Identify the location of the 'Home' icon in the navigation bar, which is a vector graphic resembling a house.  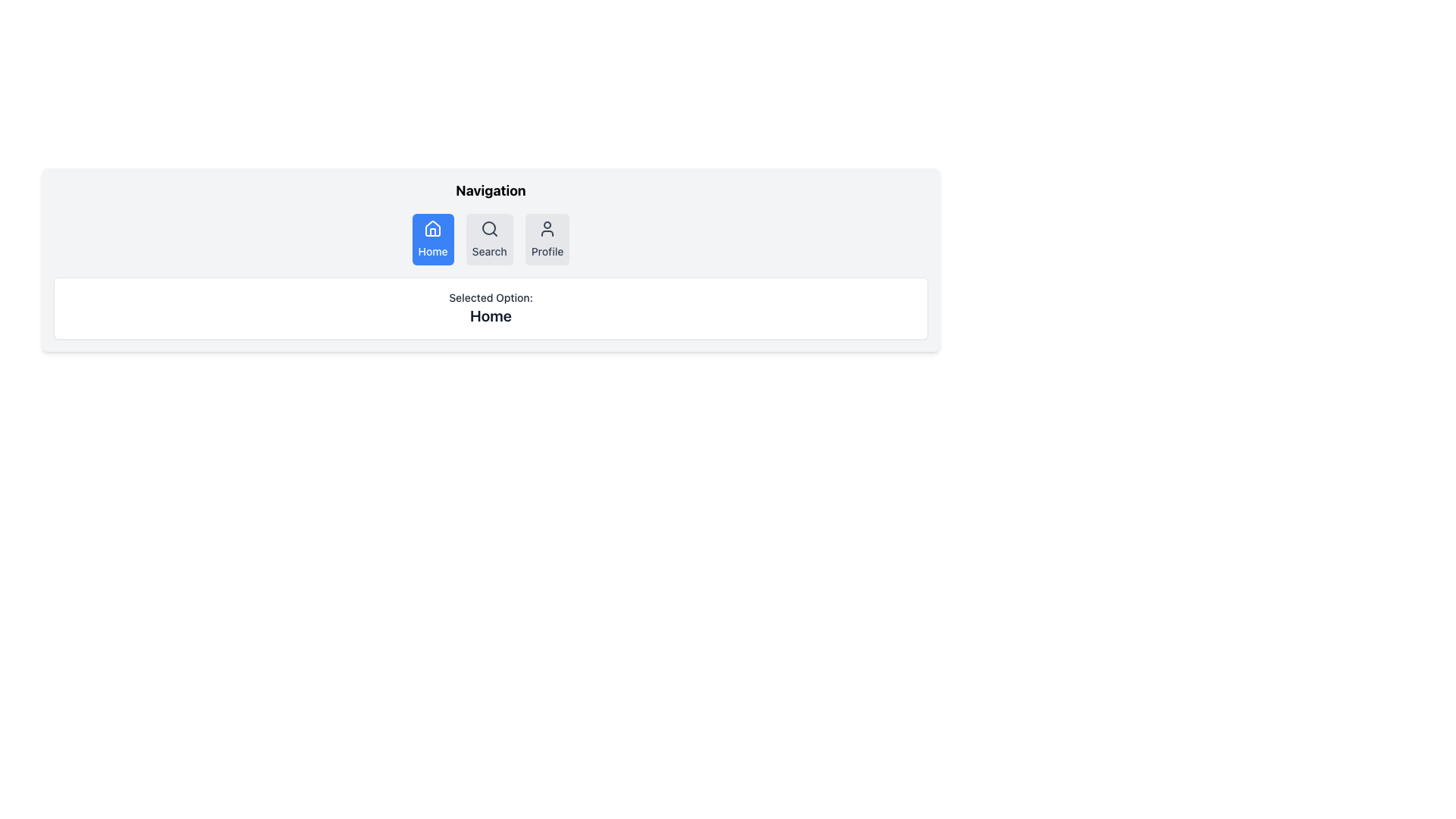
(432, 228).